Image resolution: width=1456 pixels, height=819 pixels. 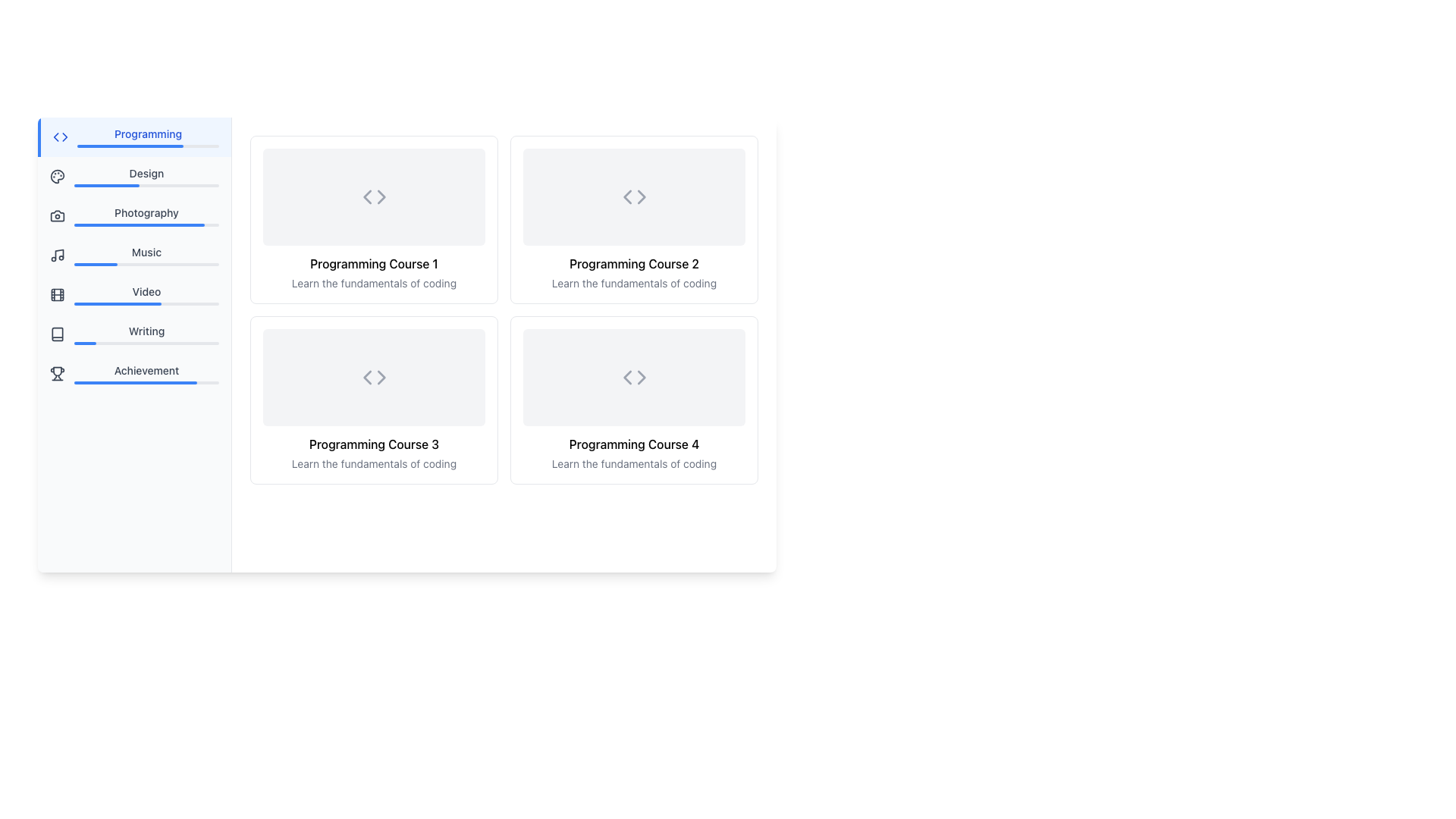 What do you see at coordinates (146, 263) in the screenshot?
I see `the progress bar that visually represents the completion level of the 'Music' category, located in the left navigation panel beneath the 'Music' label` at bounding box center [146, 263].